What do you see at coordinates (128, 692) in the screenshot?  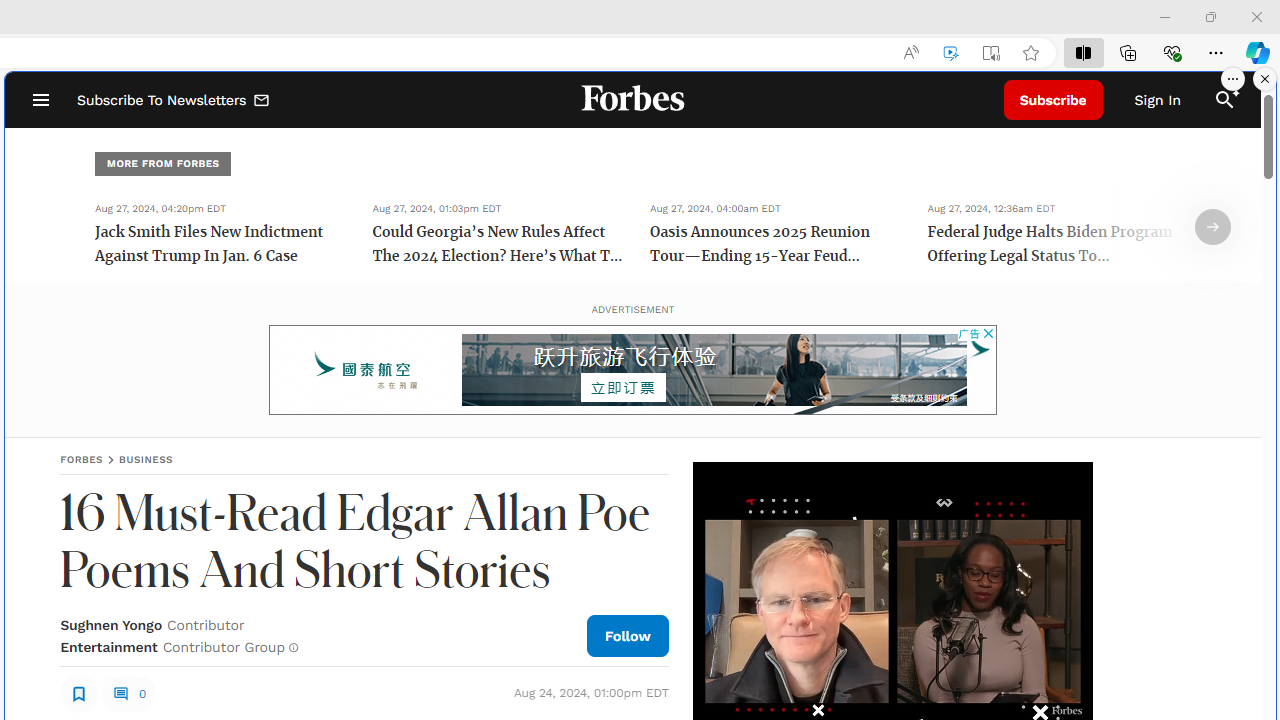 I see `'0'` at bounding box center [128, 692].